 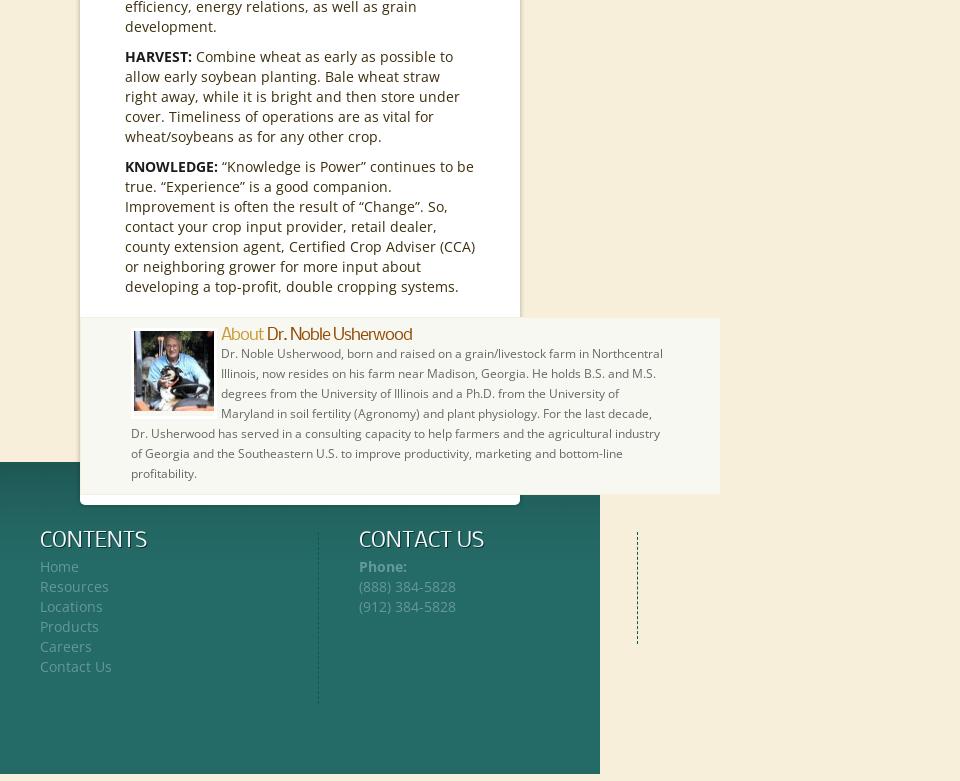 I want to click on 'Home', so click(x=58, y=566).